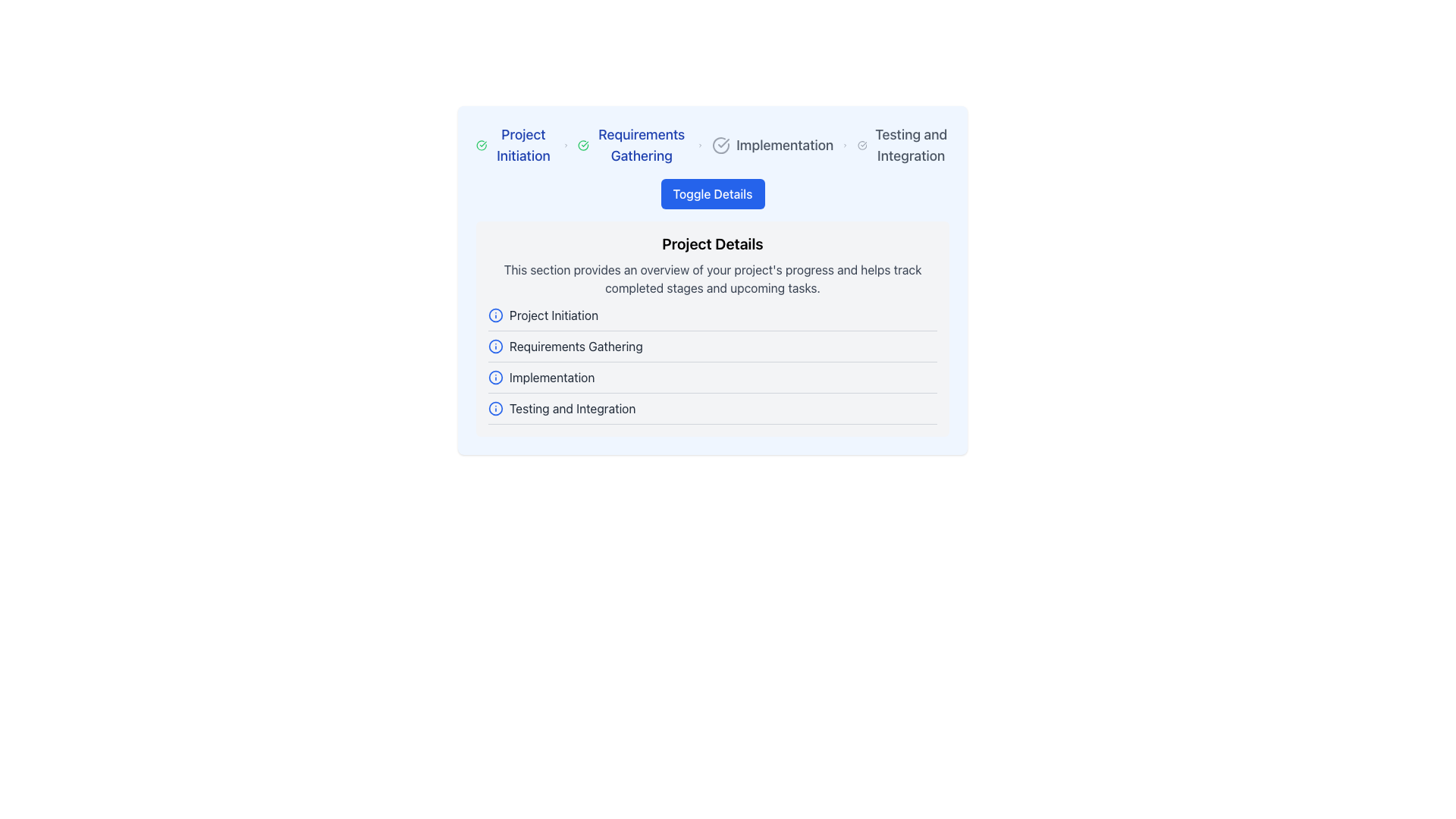  Describe the element at coordinates (712, 278) in the screenshot. I see `descriptive text block that provides context and guidance about the project's progress, located below the 'Project Details' heading` at that location.